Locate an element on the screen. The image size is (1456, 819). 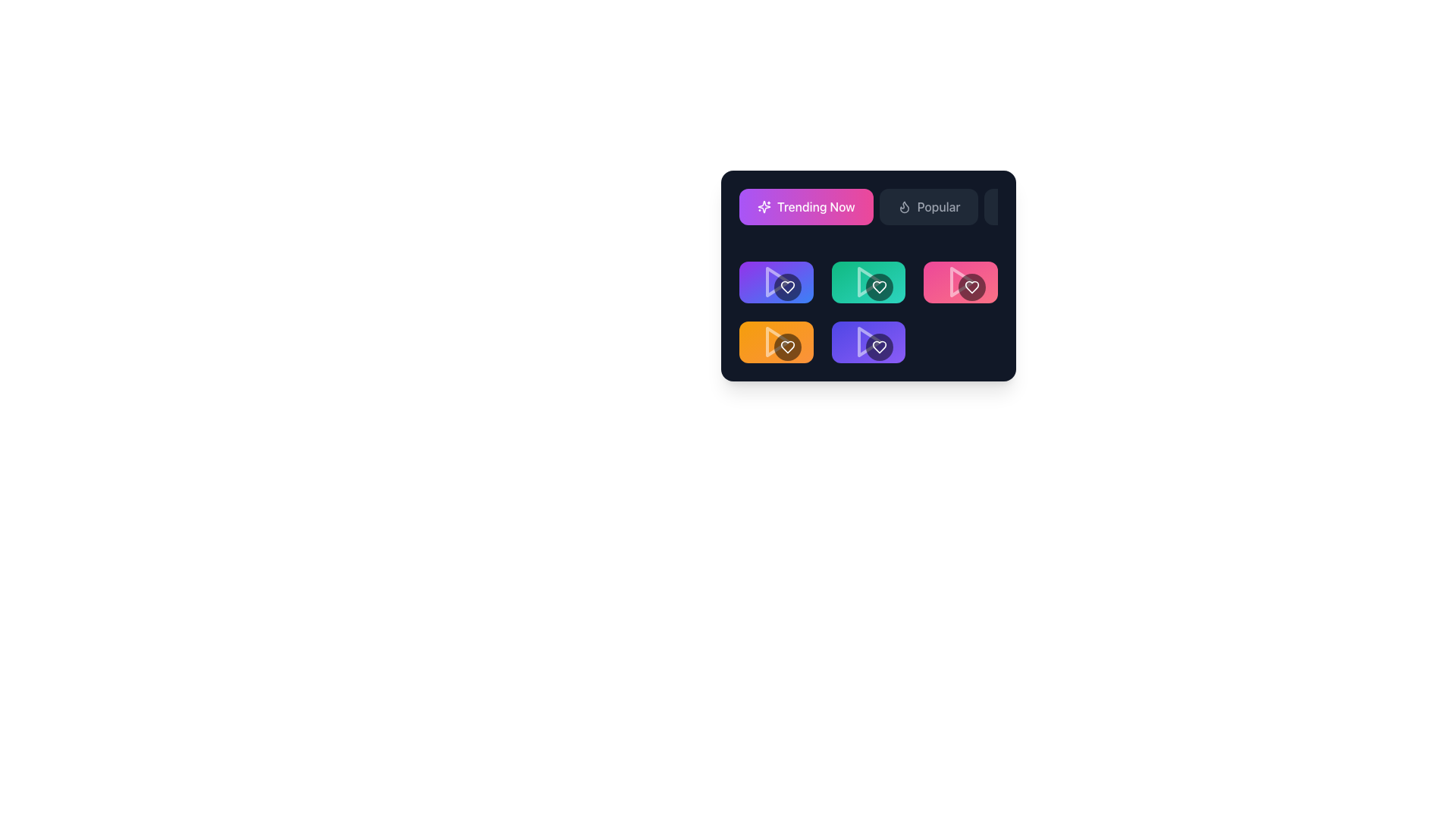
the upvote or like icon located in the upper-middle area of the interface, associated with the count of 156K interactions is located at coordinates (861, 275).